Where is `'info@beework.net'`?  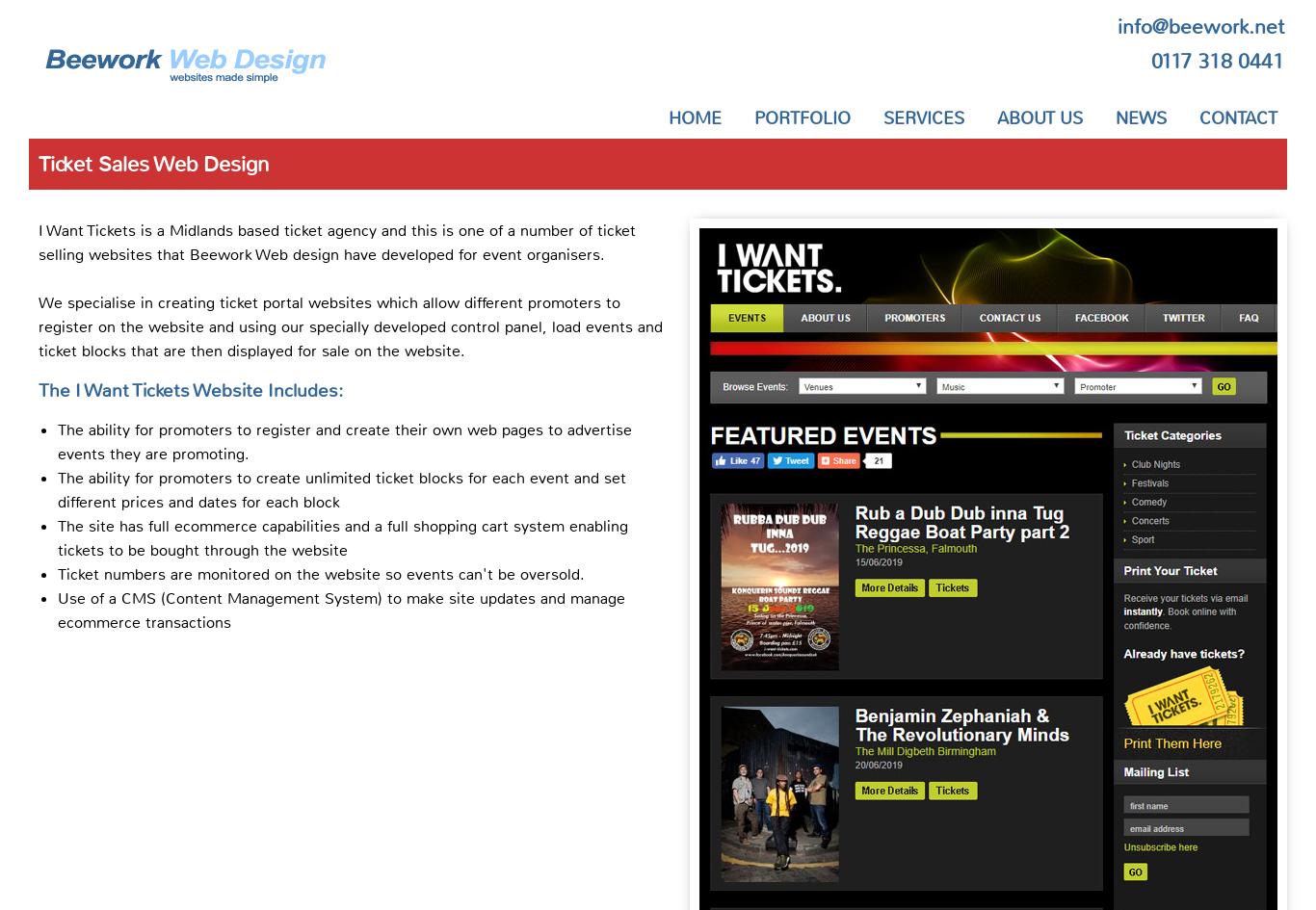 'info@beework.net' is located at coordinates (1200, 26).